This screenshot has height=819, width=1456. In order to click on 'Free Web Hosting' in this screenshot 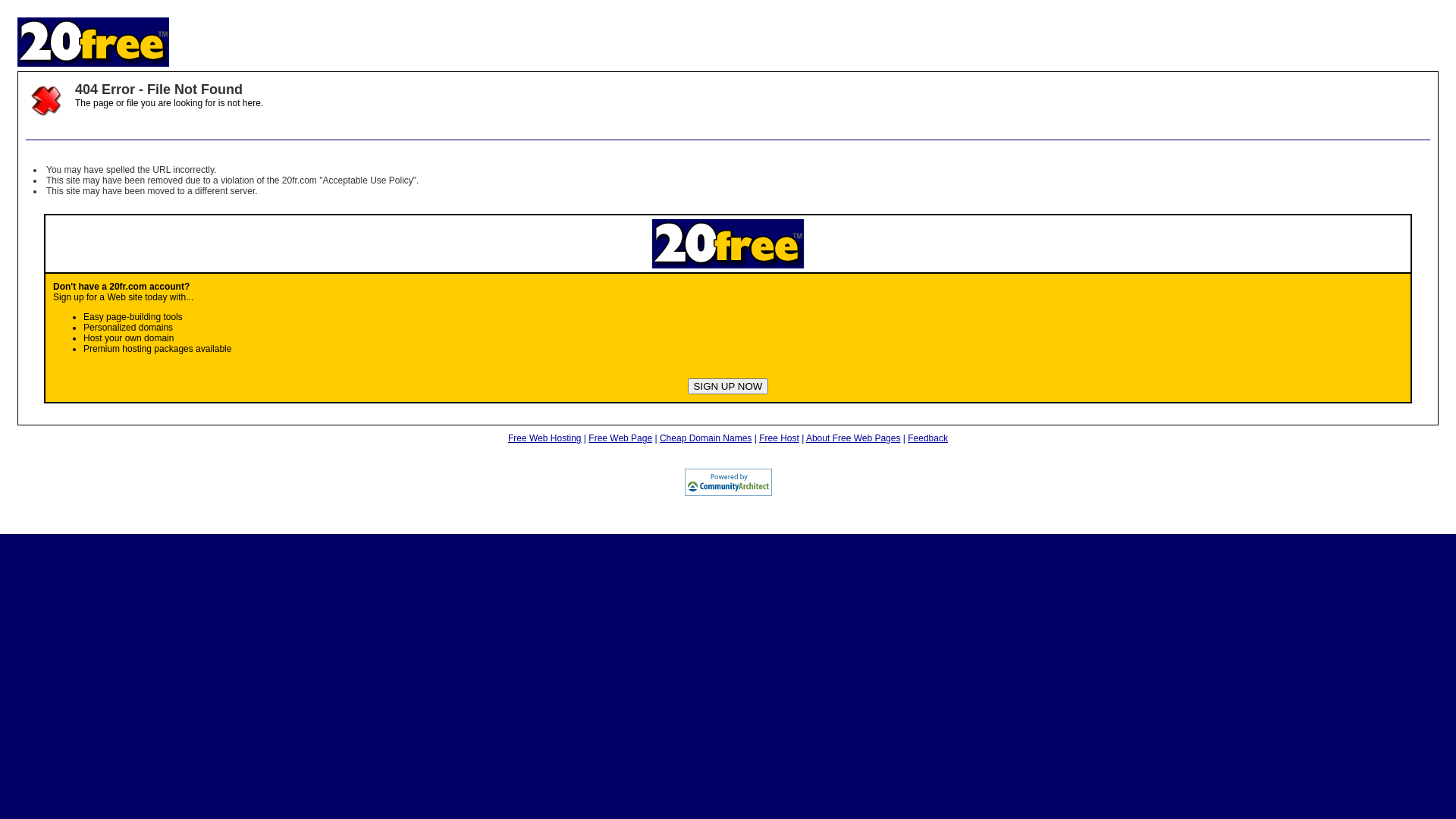, I will do `click(544, 438)`.